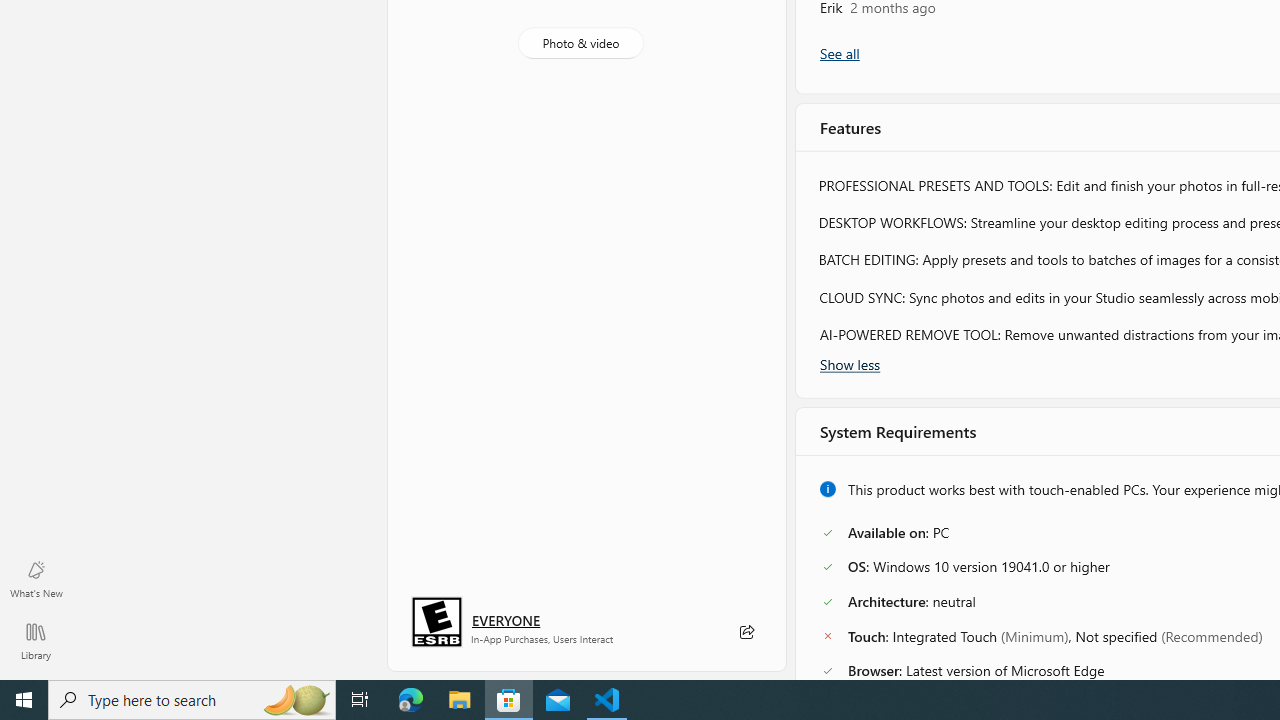  What do you see at coordinates (745, 632) in the screenshot?
I see `'Share'` at bounding box center [745, 632].